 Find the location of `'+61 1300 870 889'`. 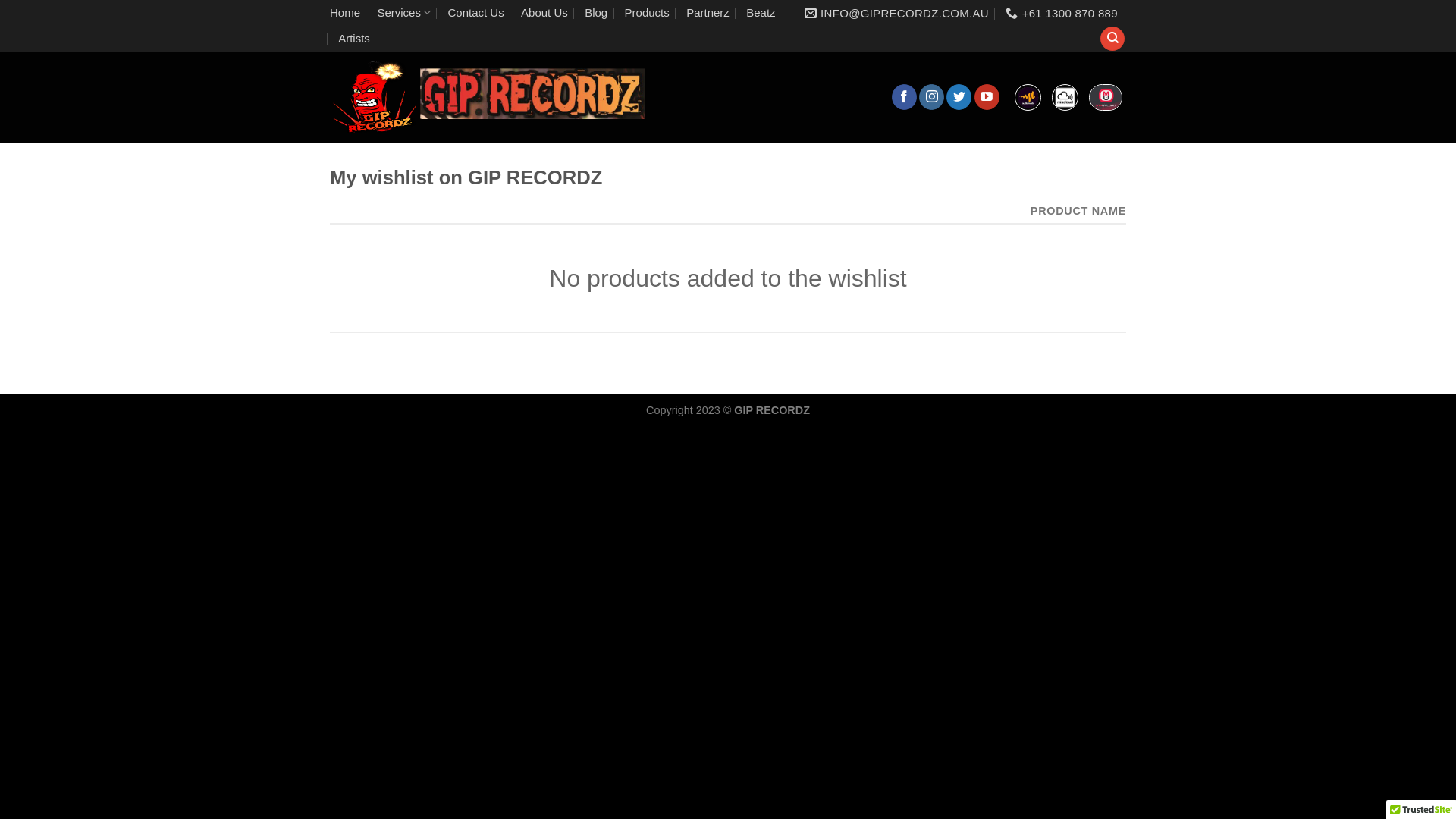

'+61 1300 870 889' is located at coordinates (1060, 14).